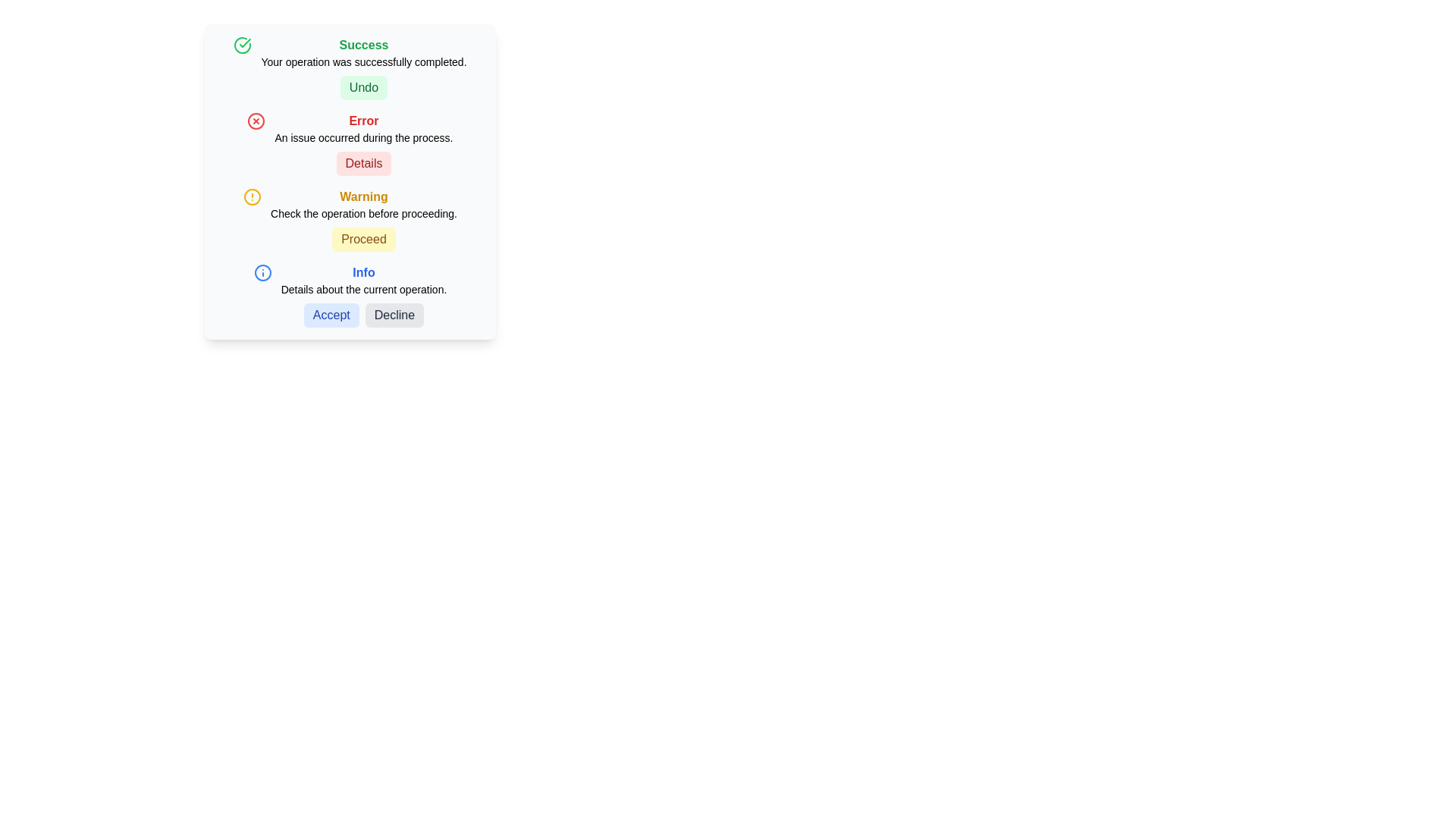 The width and height of the screenshot is (1456, 819). What do you see at coordinates (252, 196) in the screenshot?
I see `the uppermost shape of the 'Warning' icon, which visually indicates a cautionary message to the user` at bounding box center [252, 196].